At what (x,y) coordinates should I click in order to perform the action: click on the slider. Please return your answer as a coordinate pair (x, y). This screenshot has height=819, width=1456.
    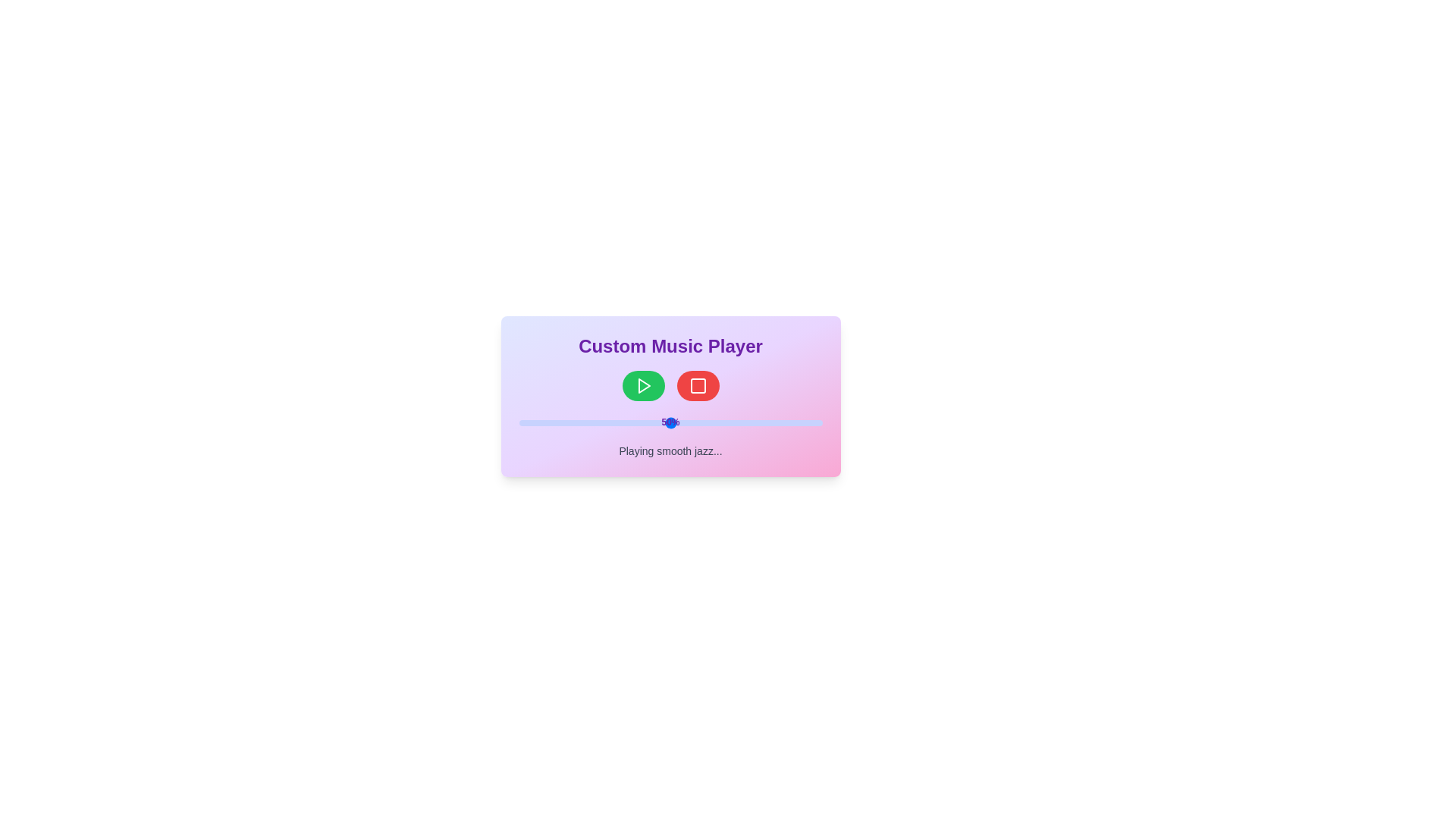
    Looking at the image, I should click on (706, 423).